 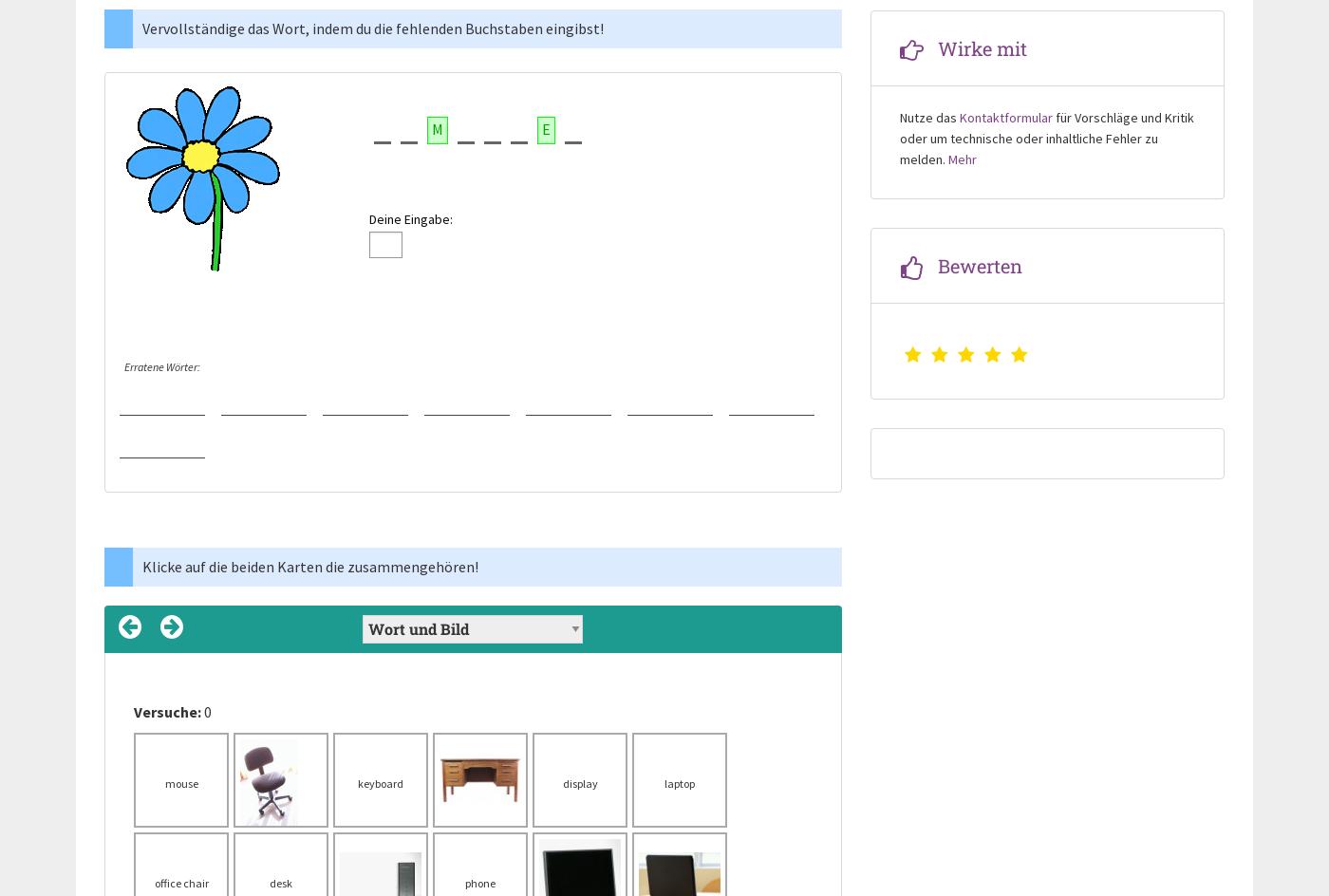 I want to click on 'Deine Eingabe:', so click(x=367, y=216).